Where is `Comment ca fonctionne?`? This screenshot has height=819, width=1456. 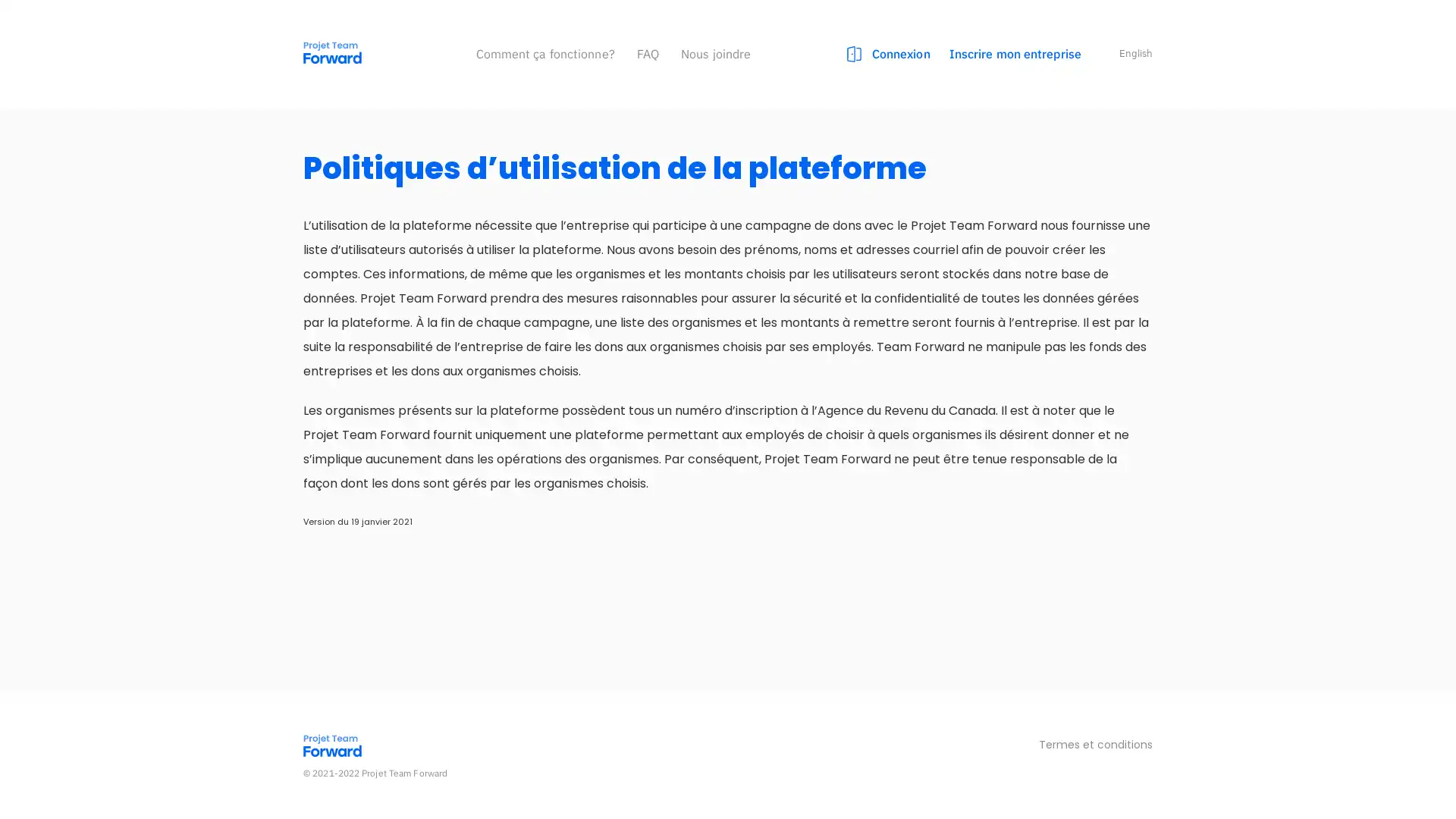
Comment ca fonctionne? is located at coordinates (544, 52).